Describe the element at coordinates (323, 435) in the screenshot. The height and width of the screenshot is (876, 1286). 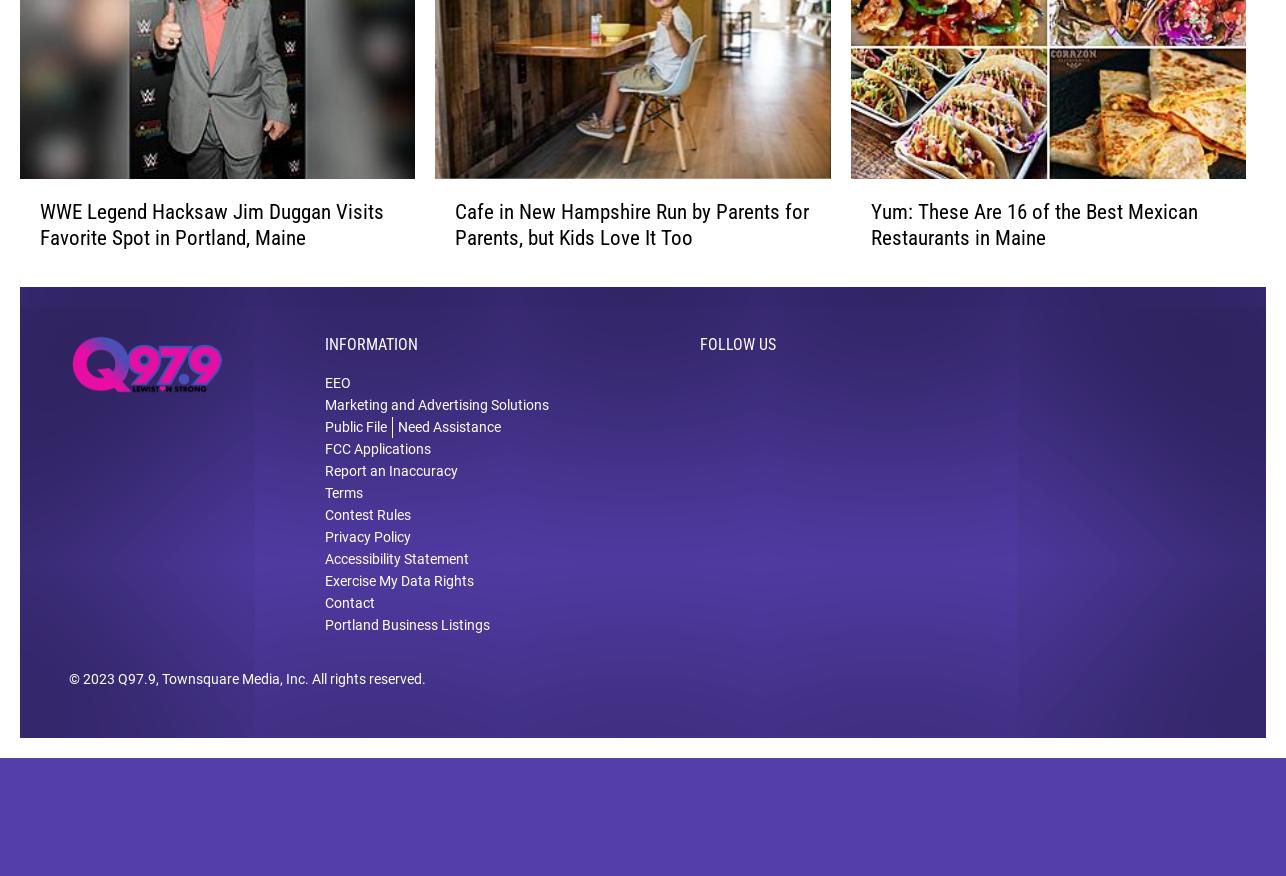
I see `'Marketing and Advertising Solutions'` at that location.